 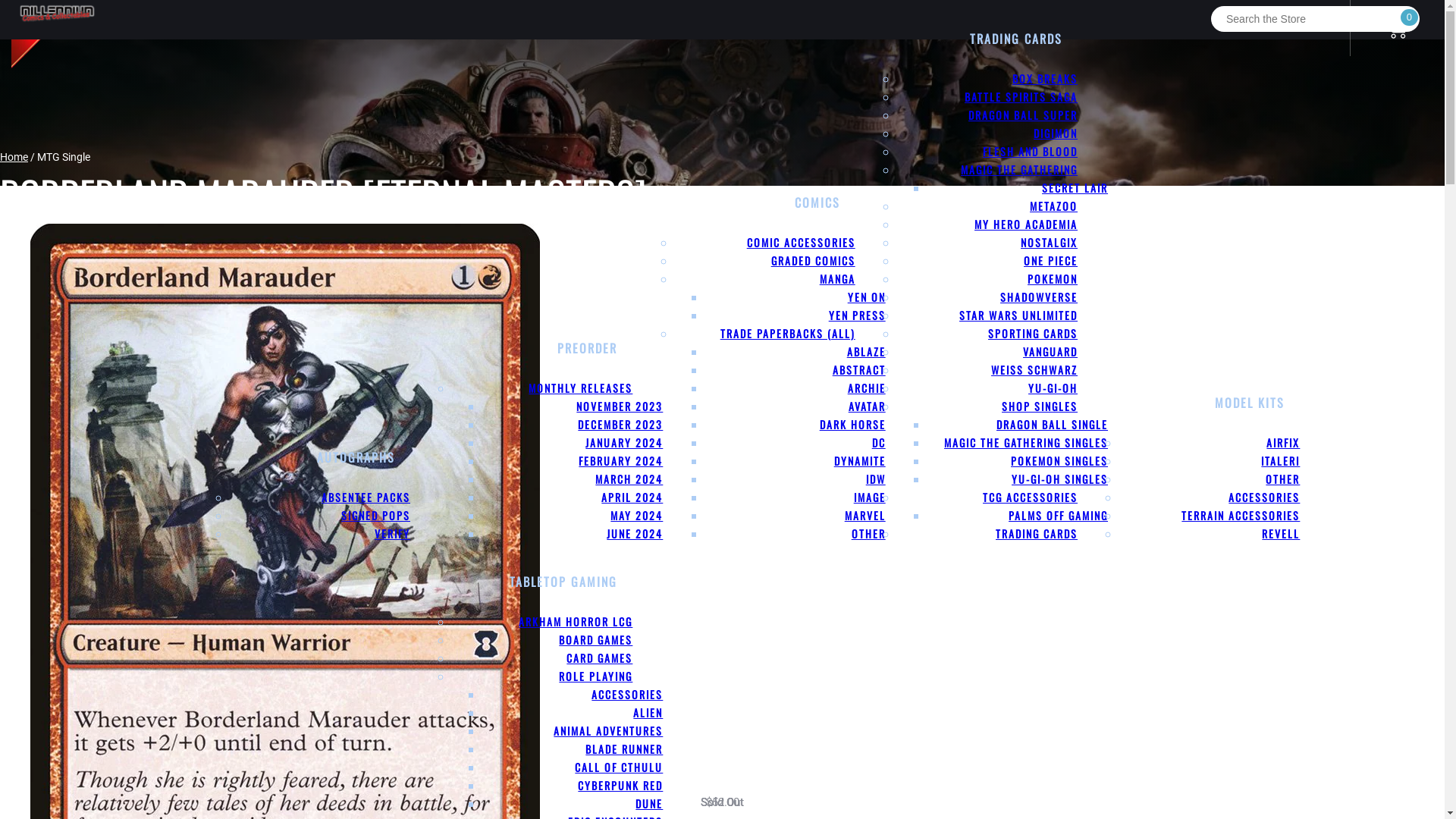 I want to click on 'DIGIMON', so click(x=1055, y=132).